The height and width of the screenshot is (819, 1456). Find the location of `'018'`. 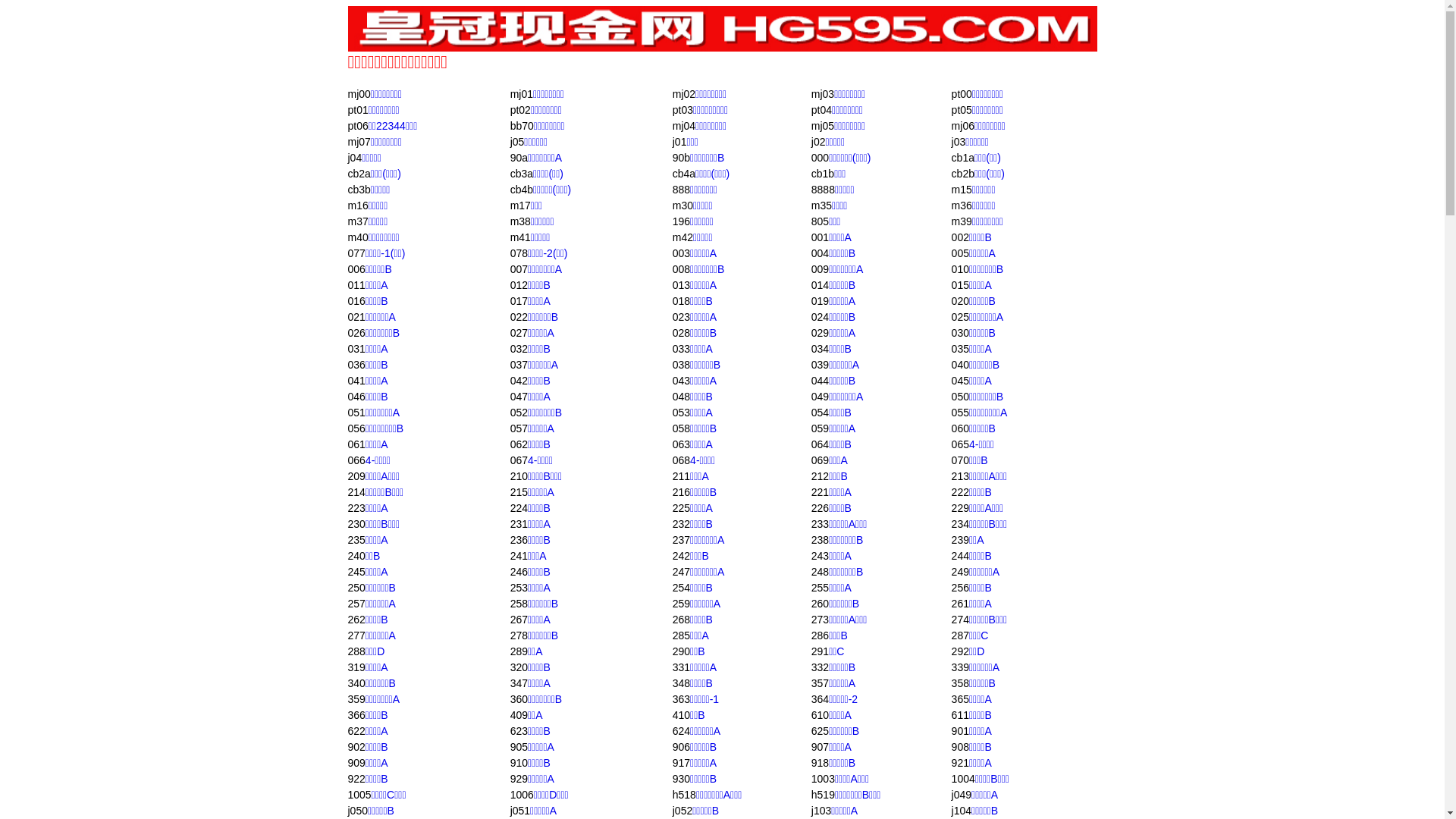

'018' is located at coordinates (680, 301).